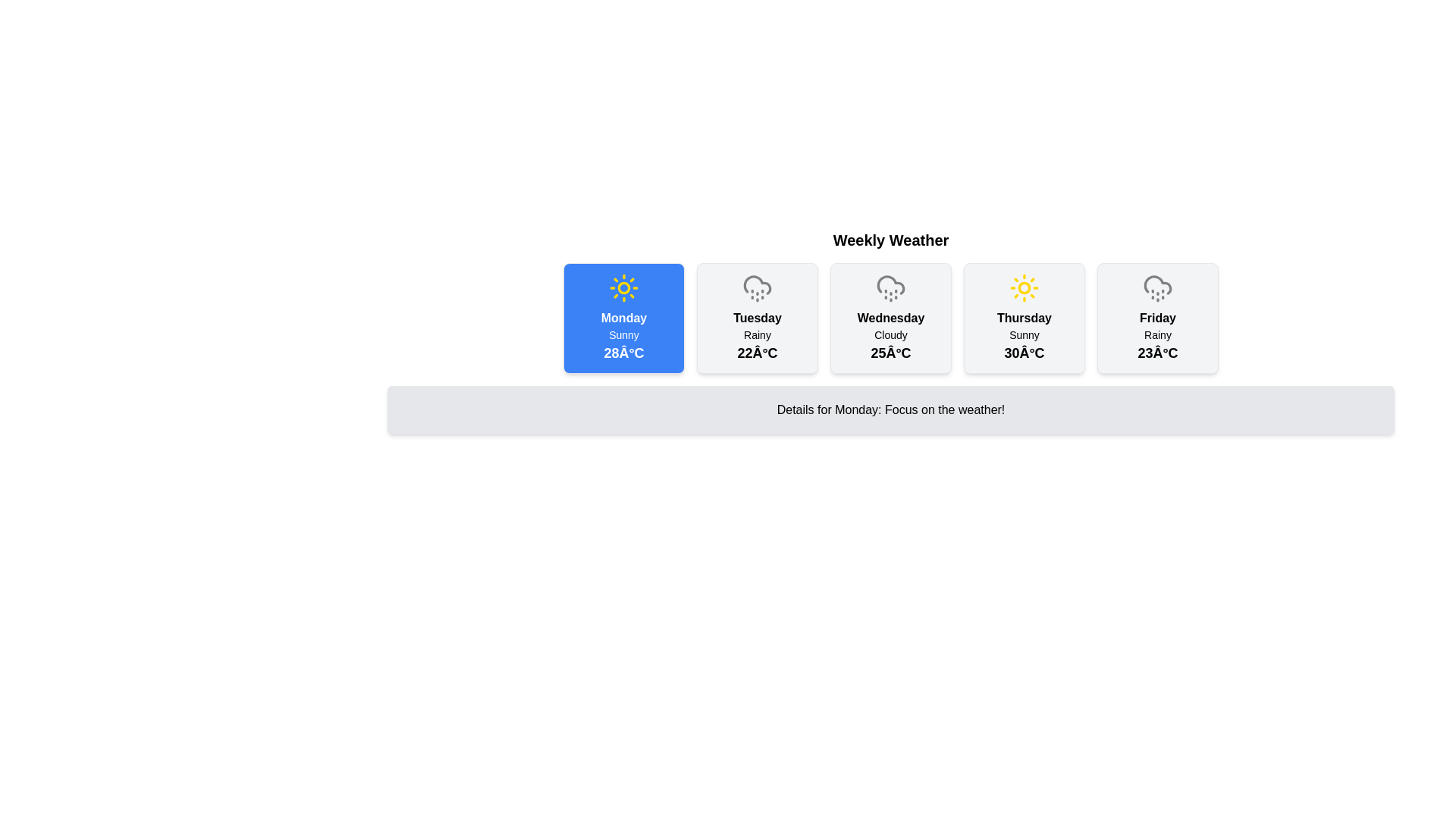 This screenshot has height=819, width=1456. I want to click on the temperature text displayed under the 'Rainy' label in the 'Tuesday' weather forecast card, so click(757, 353).